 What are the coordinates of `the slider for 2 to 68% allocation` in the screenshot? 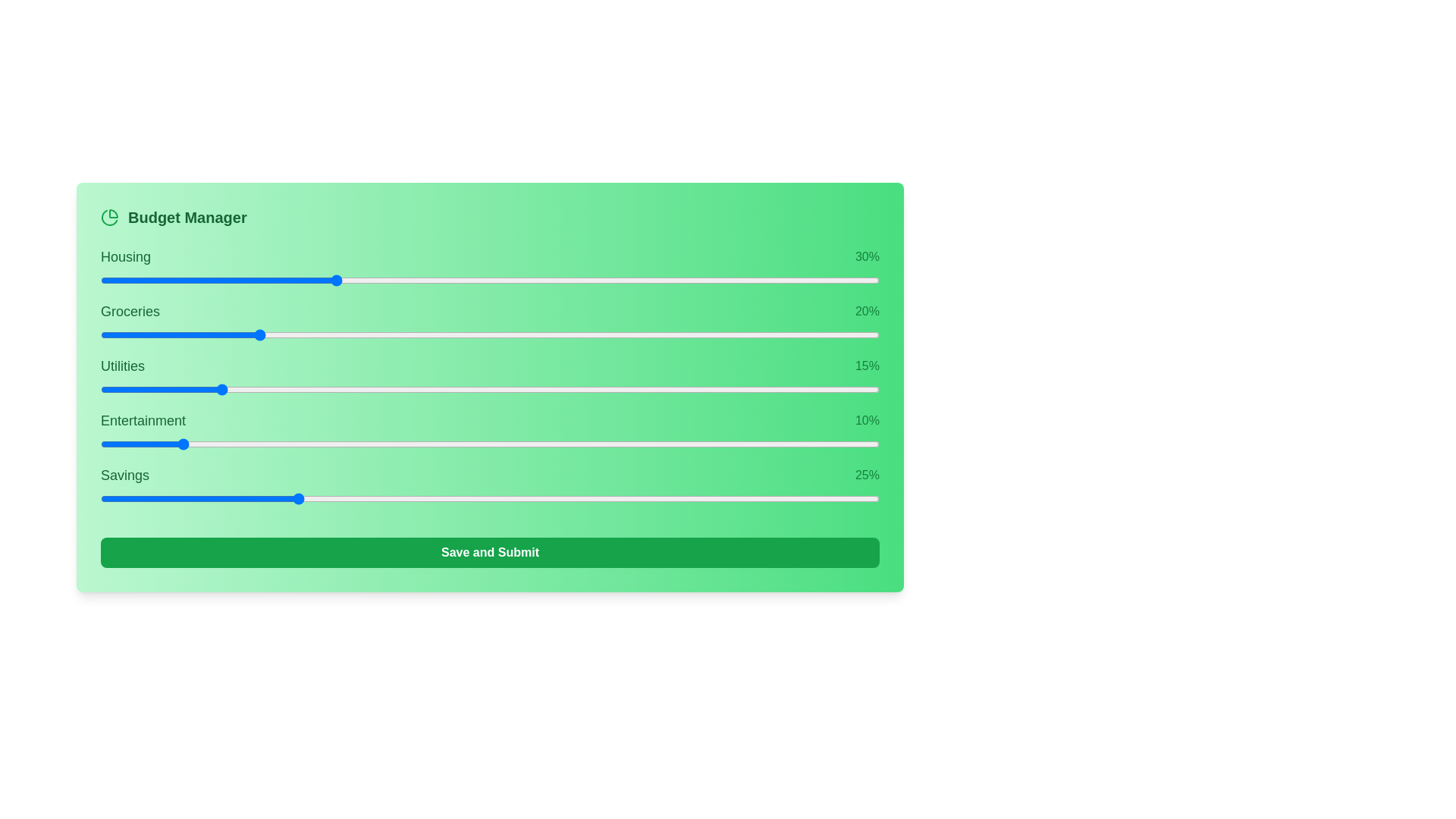 It's located at (755, 388).